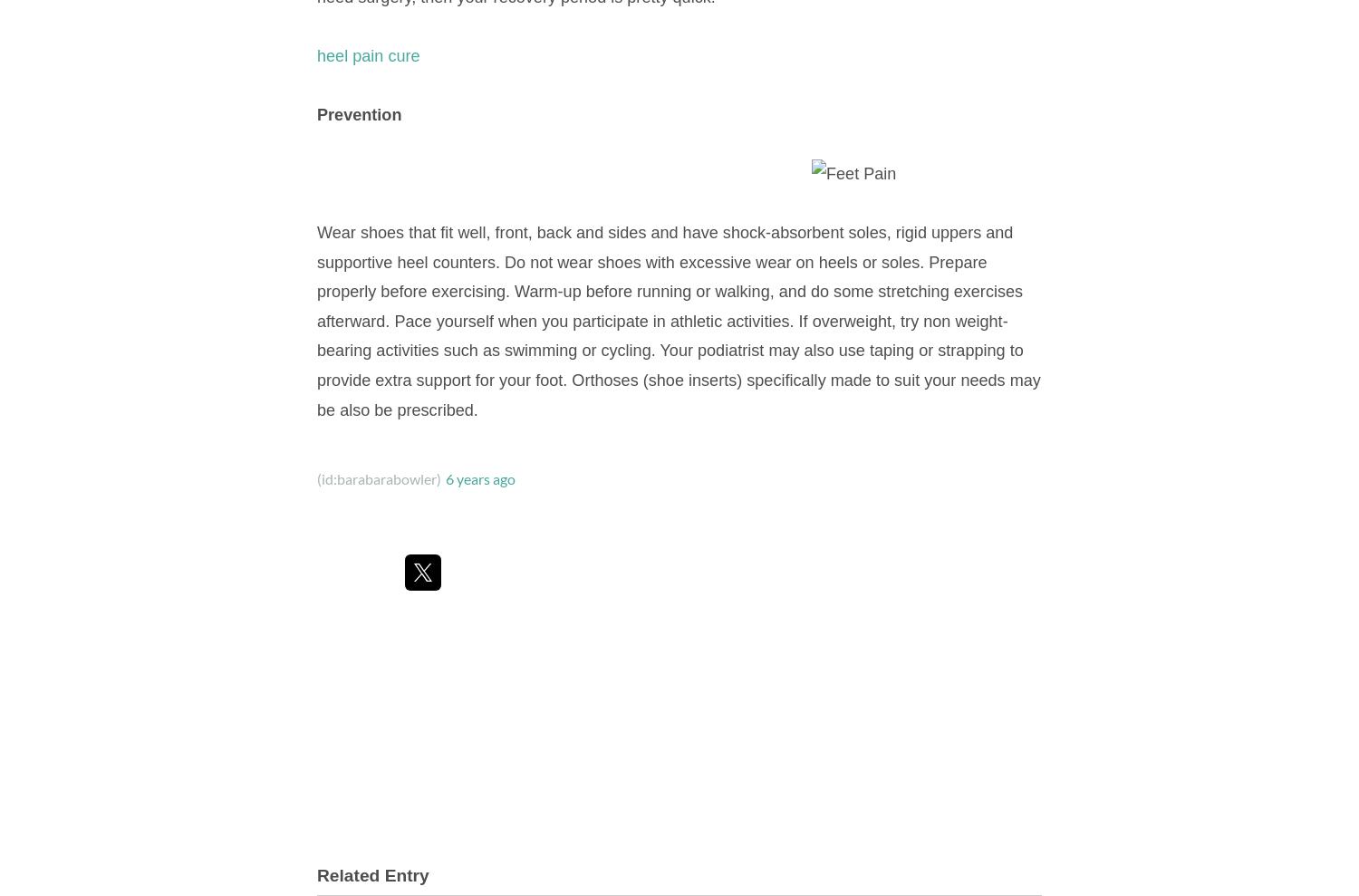  I want to click on '6 years ago', so click(445, 478).